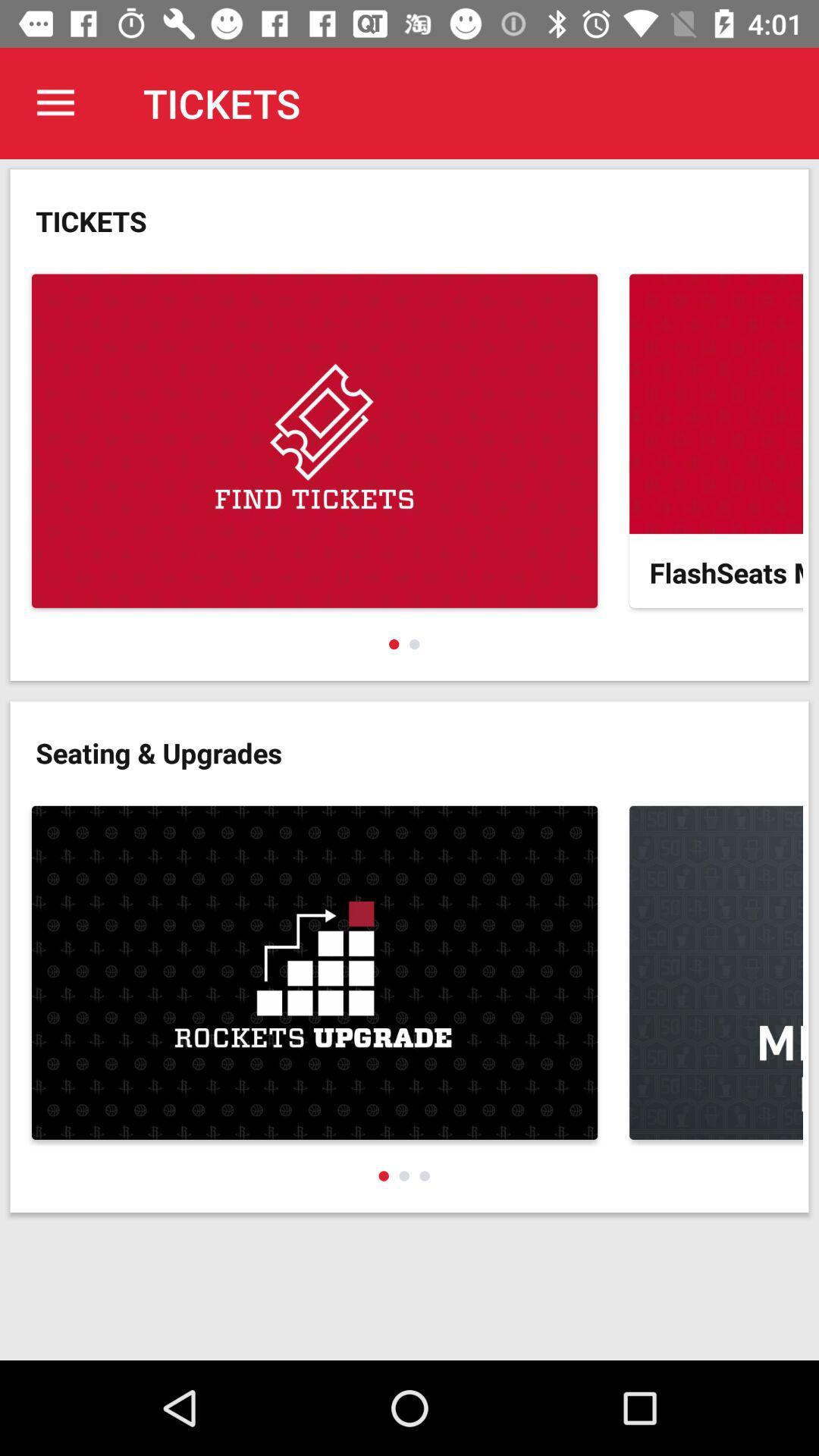 The height and width of the screenshot is (1456, 819). What do you see at coordinates (55, 102) in the screenshot?
I see `the item to the left of the tickets item` at bounding box center [55, 102].